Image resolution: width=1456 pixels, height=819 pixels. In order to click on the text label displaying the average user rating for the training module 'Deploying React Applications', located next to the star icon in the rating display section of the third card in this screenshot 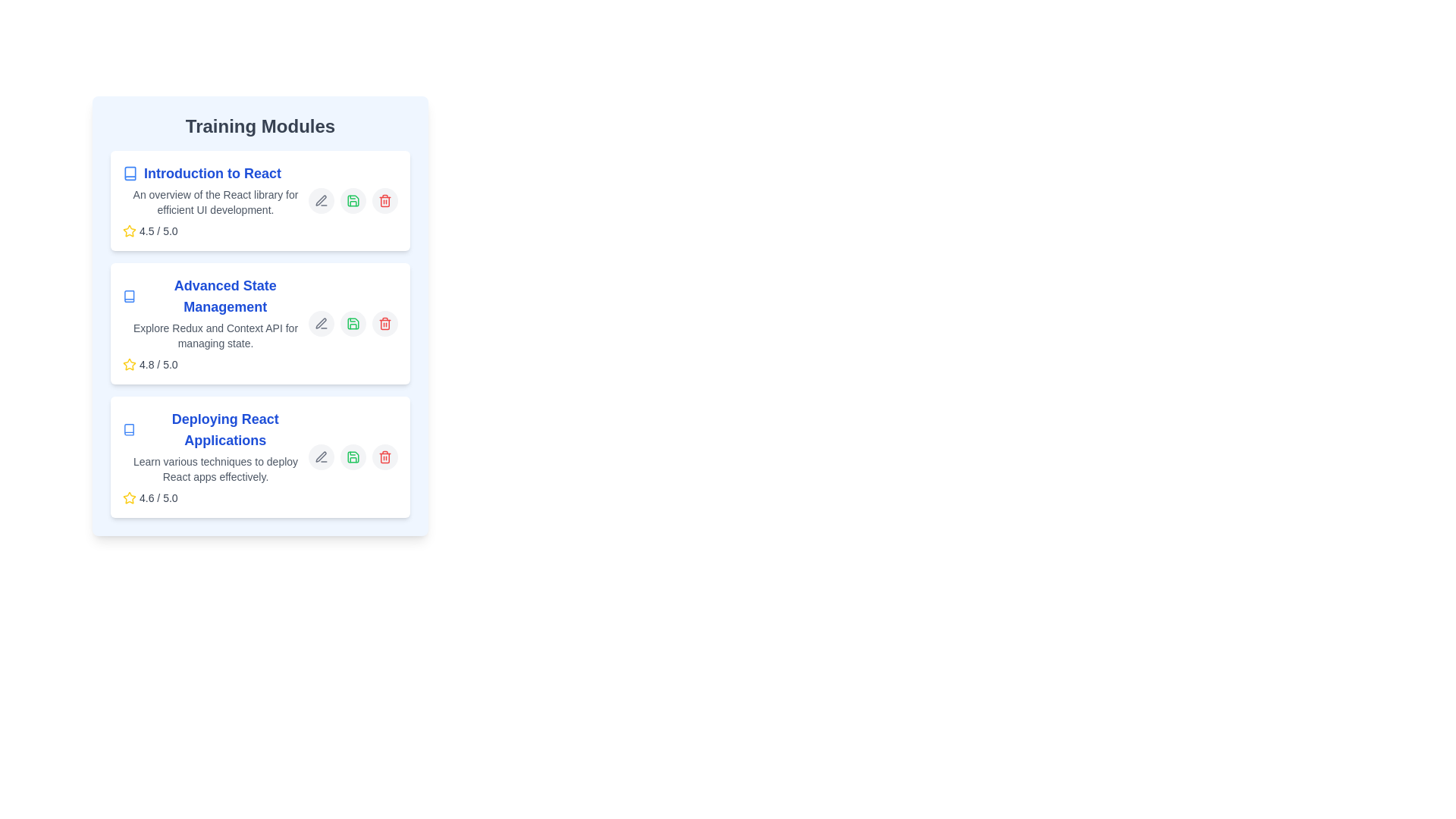, I will do `click(158, 497)`.